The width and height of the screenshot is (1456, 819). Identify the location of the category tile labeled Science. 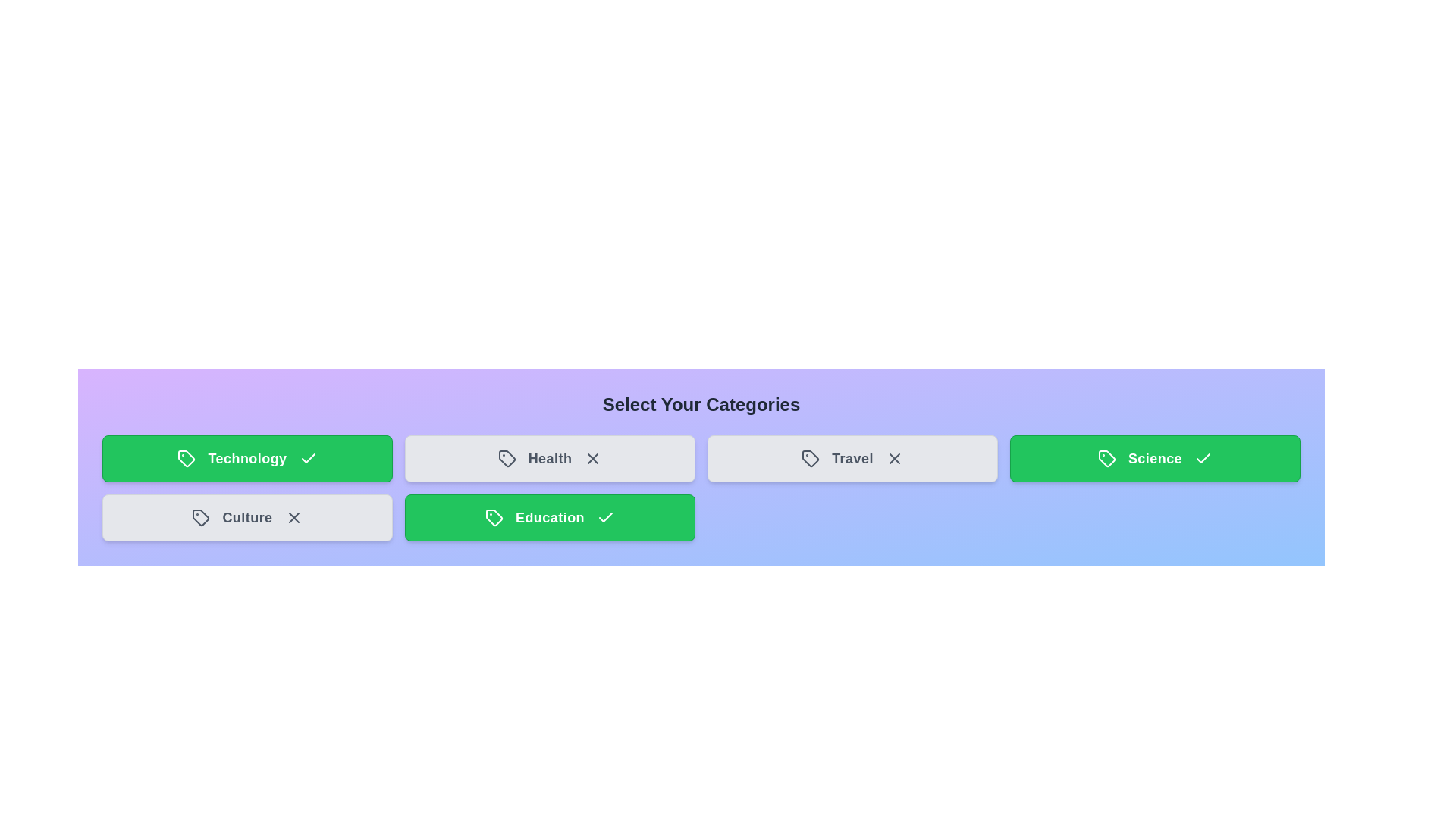
(1154, 458).